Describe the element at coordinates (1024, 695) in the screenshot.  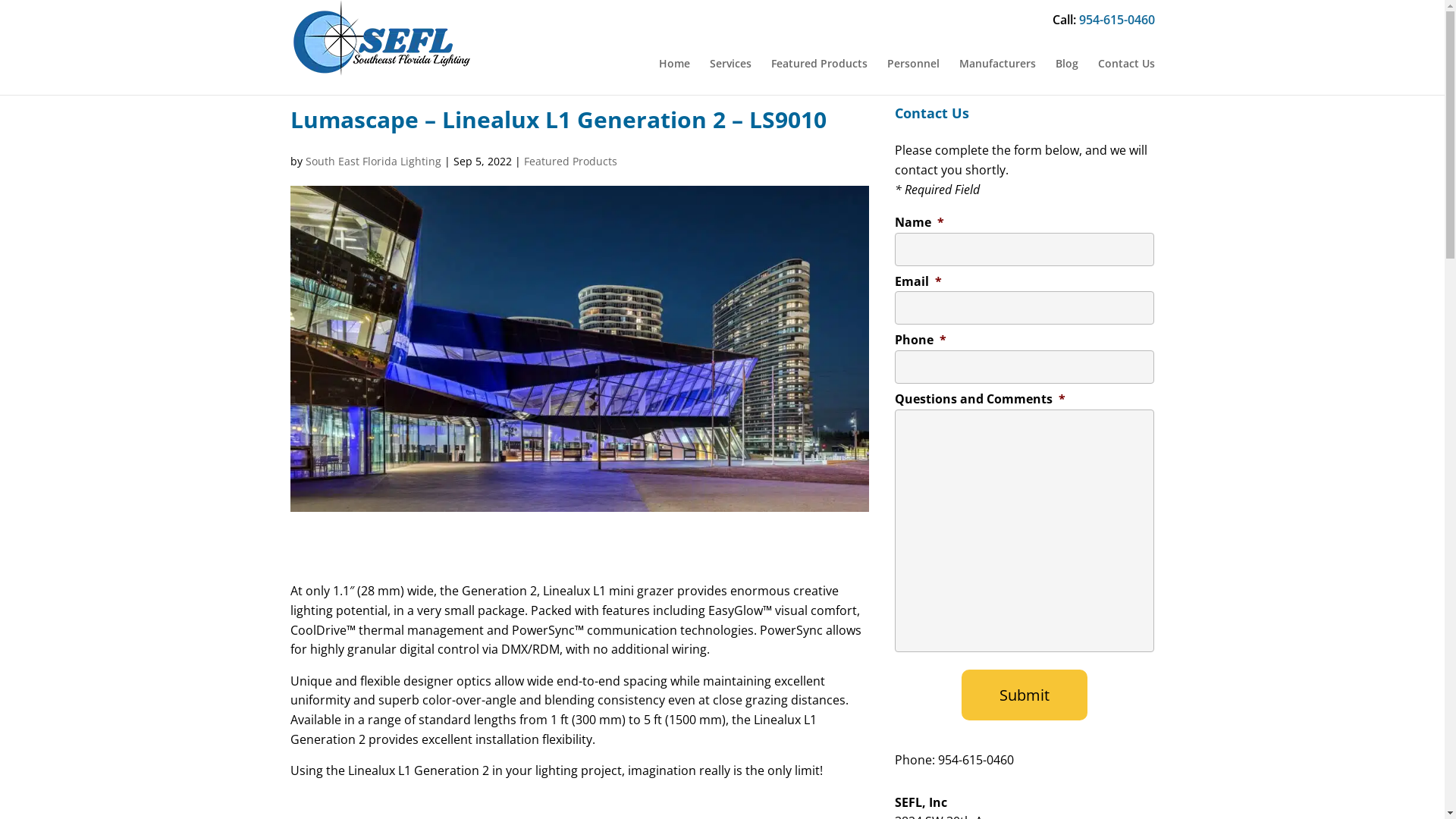
I see `'Submit'` at that location.